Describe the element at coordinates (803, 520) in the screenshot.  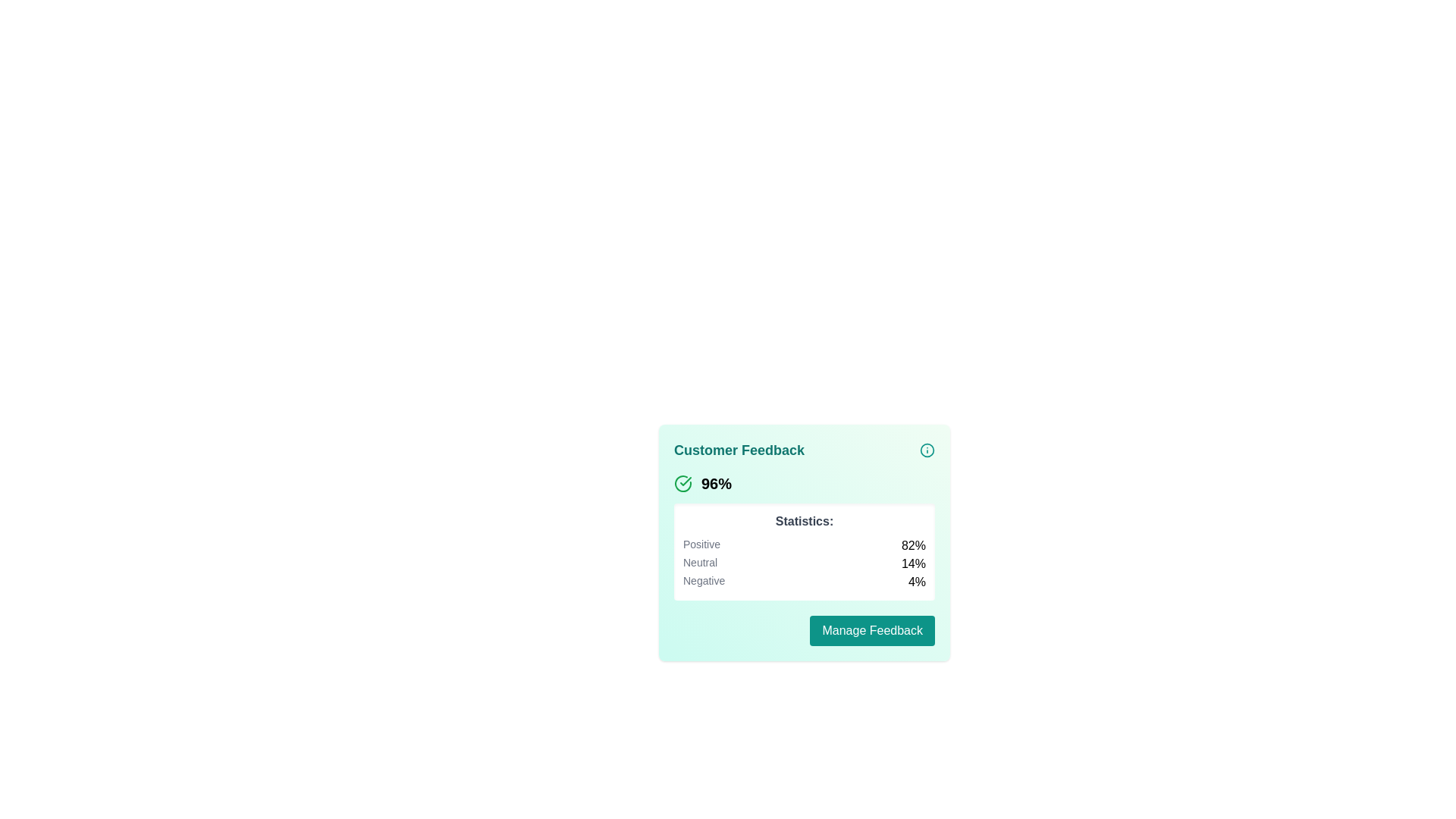
I see `the 'Statistics:' text label, which is styled in bold, medium-size dark gray font and is positioned above the statistical data section` at that location.